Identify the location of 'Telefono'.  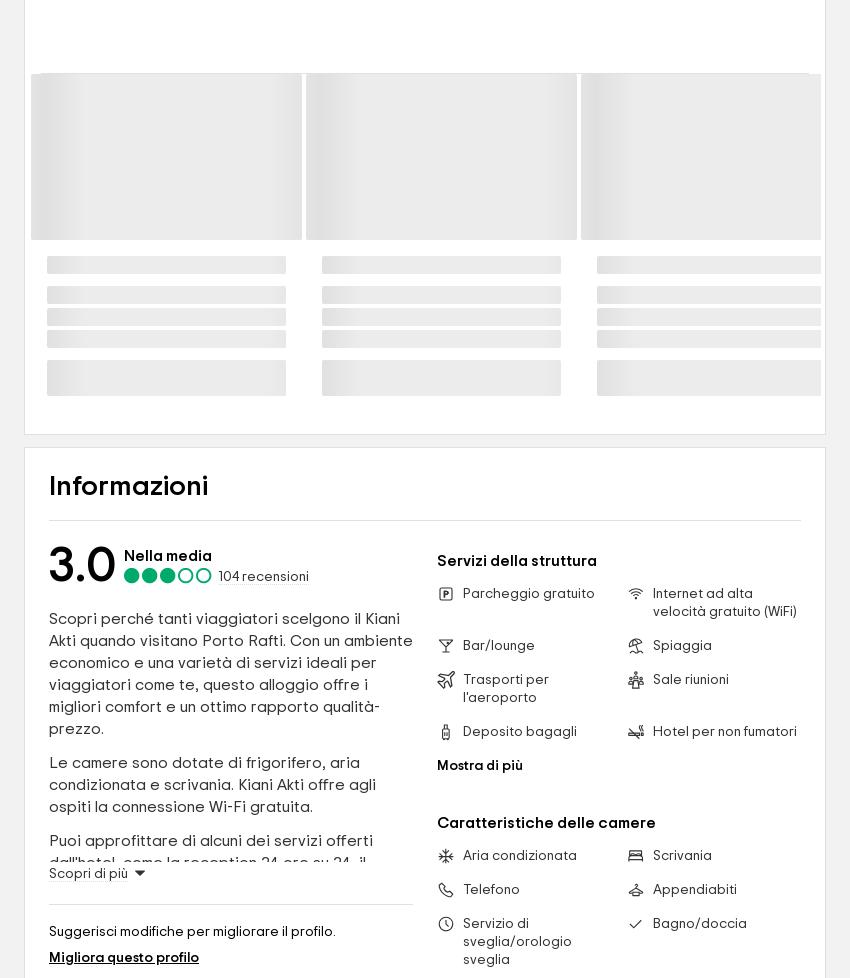
(491, 888).